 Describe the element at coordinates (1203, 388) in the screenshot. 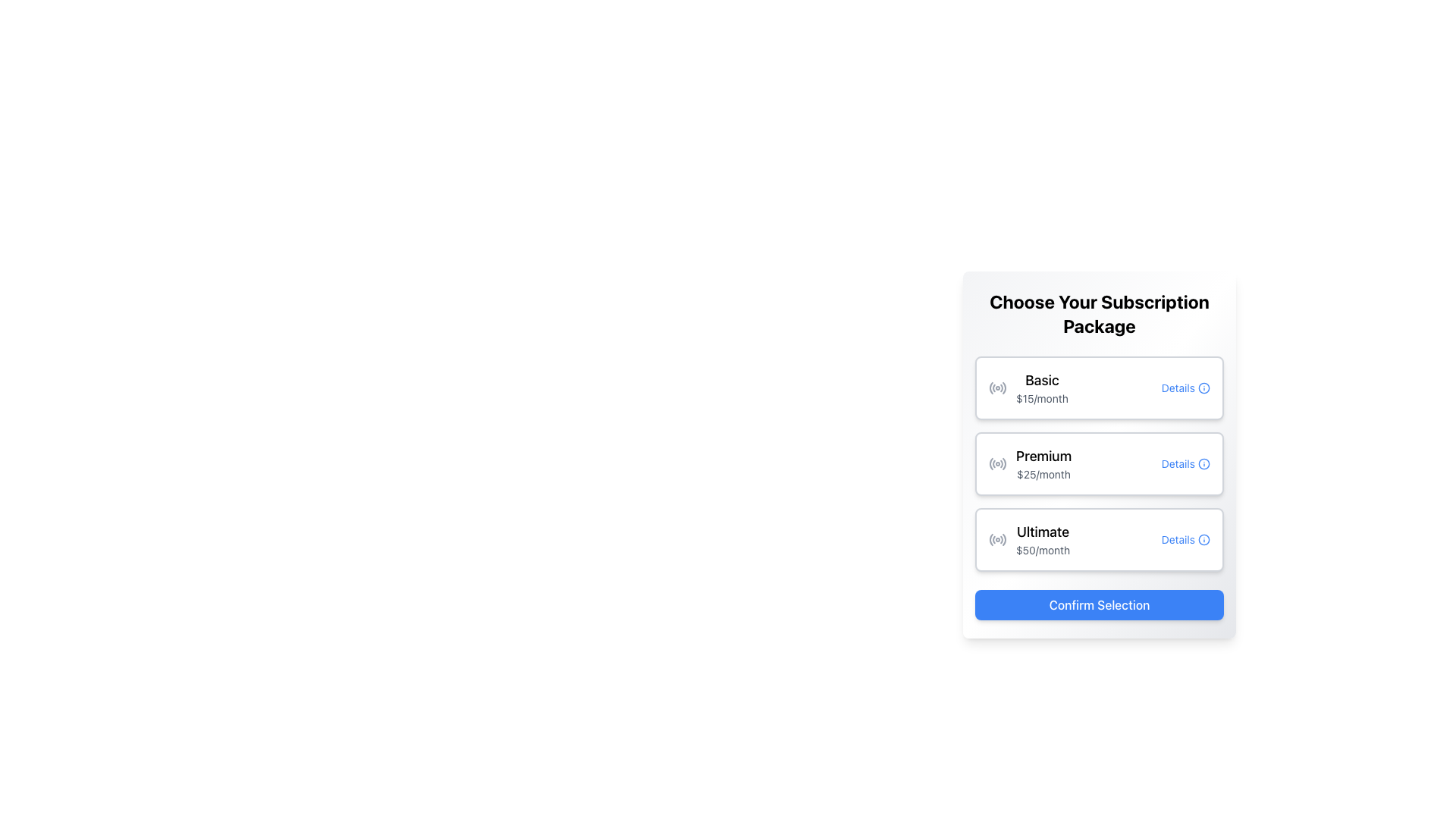

I see `the informational icon located to the right of the 'Details' label in the 'Basic' subscription package card` at that location.